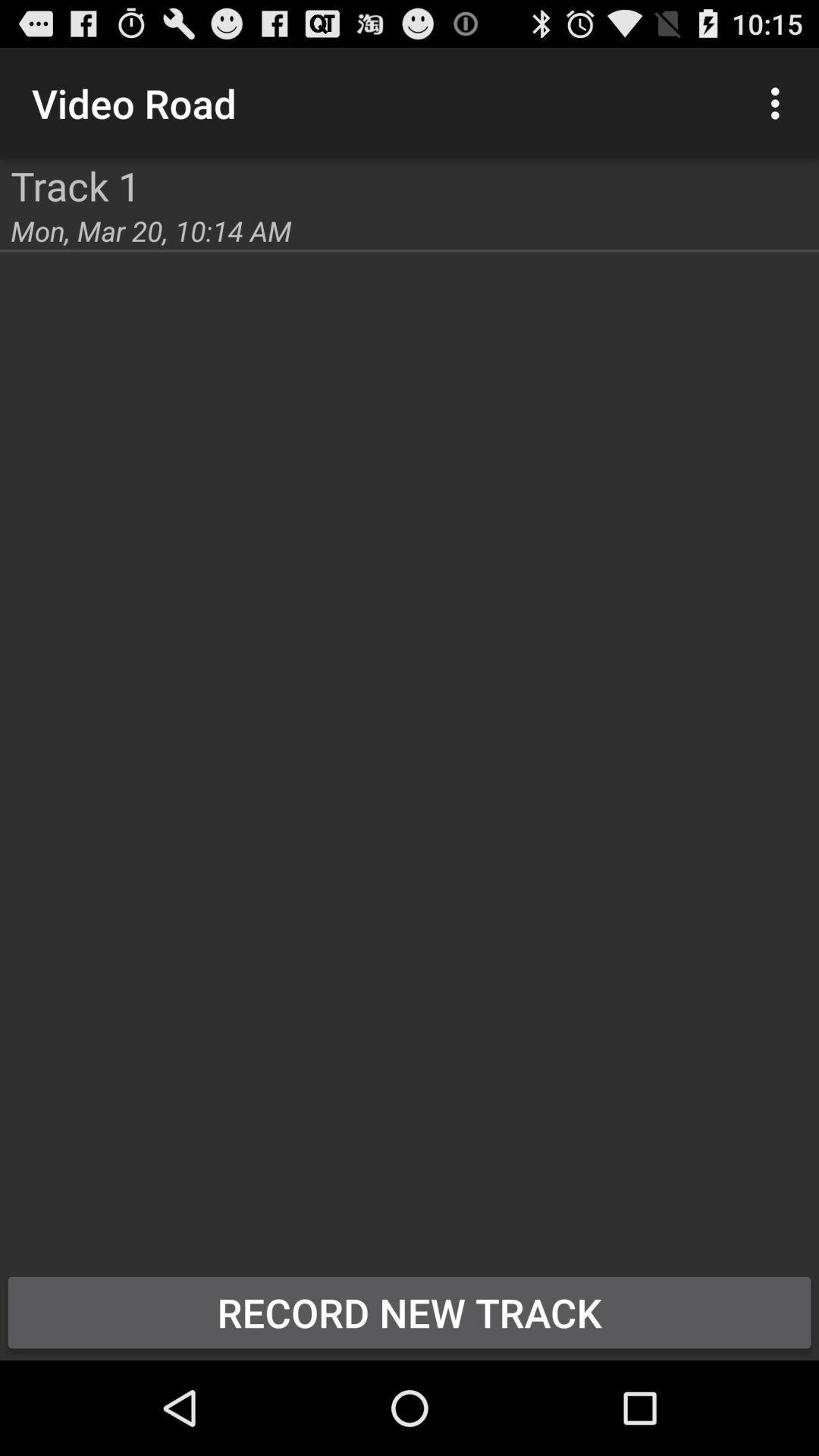 This screenshot has height=1456, width=819. What do you see at coordinates (779, 102) in the screenshot?
I see `button above record new track item` at bounding box center [779, 102].